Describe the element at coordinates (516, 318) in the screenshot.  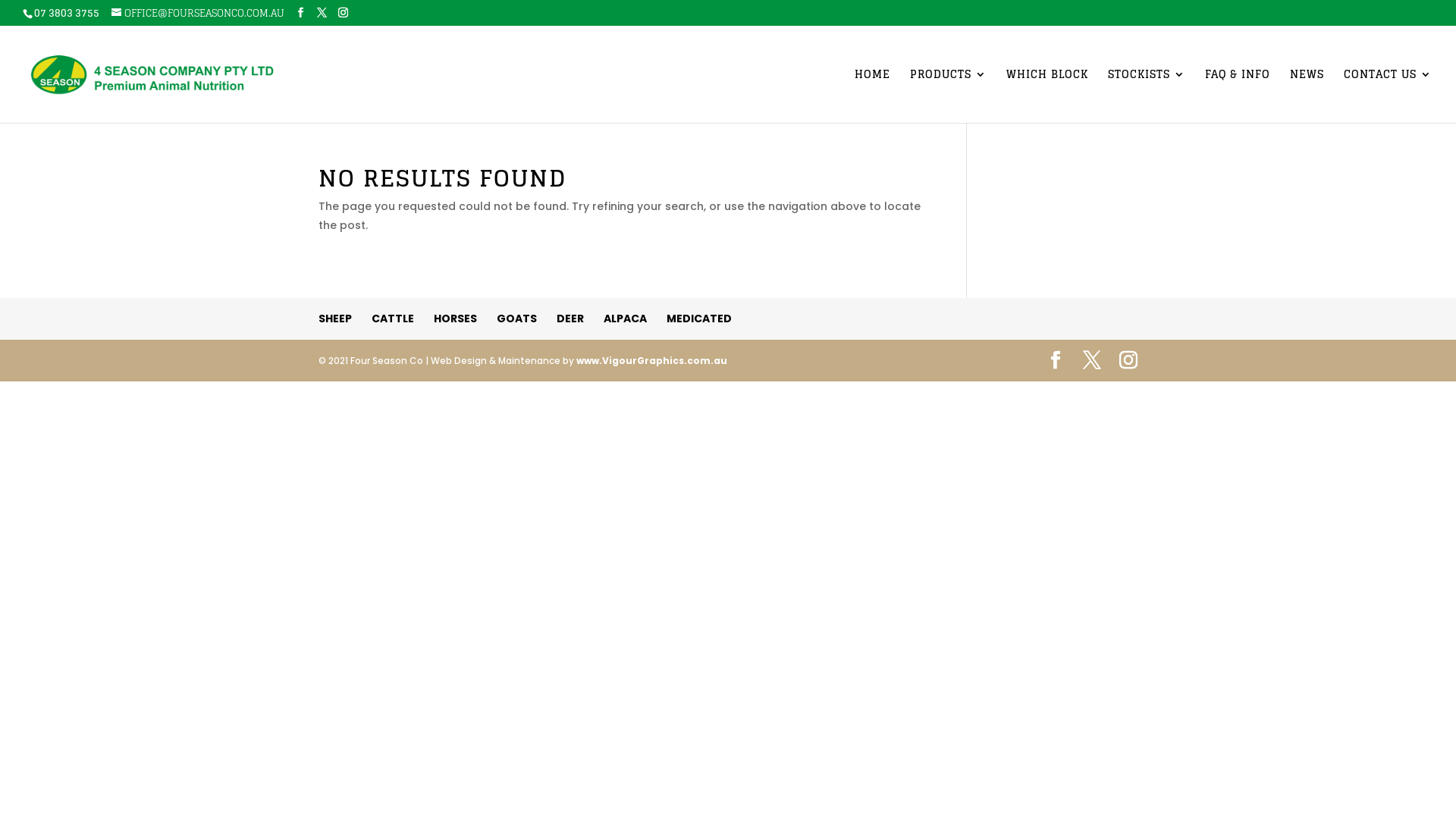
I see `'GOATS'` at that location.